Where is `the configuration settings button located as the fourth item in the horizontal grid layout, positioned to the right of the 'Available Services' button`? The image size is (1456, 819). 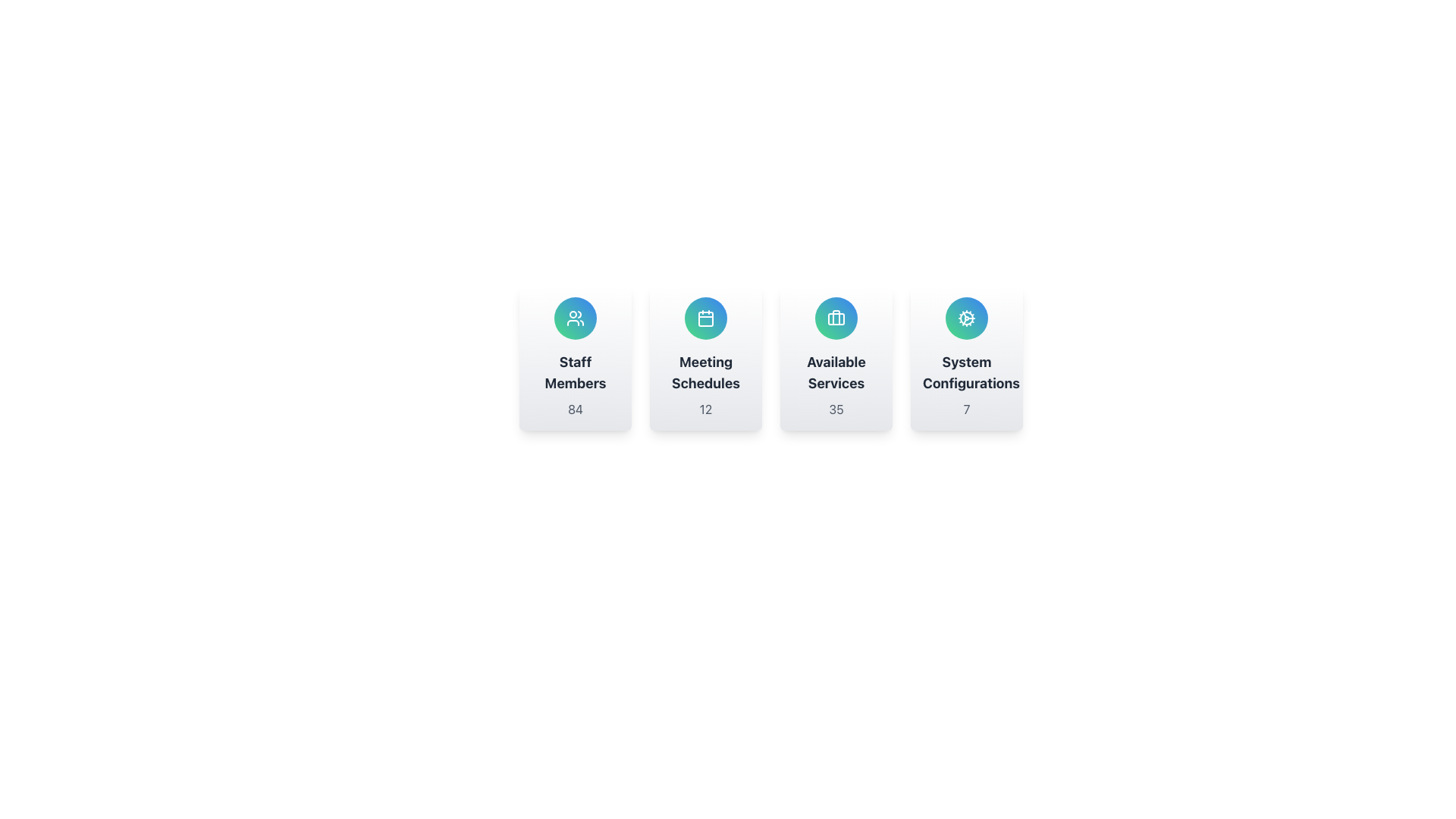
the configuration settings button located as the fourth item in the horizontal grid layout, positioned to the right of the 'Available Services' button is located at coordinates (966, 357).